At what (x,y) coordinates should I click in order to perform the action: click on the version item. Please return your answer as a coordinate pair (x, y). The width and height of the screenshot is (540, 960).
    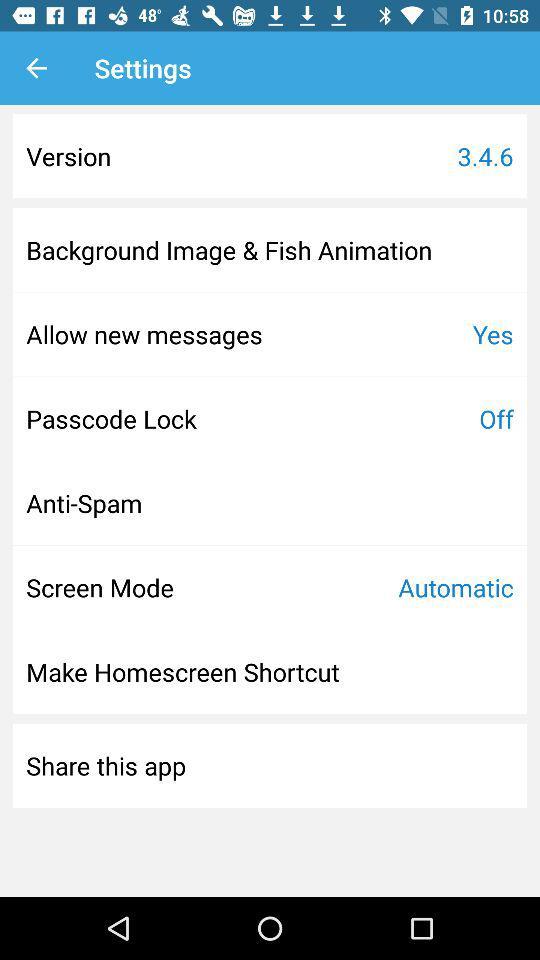
    Looking at the image, I should click on (67, 155).